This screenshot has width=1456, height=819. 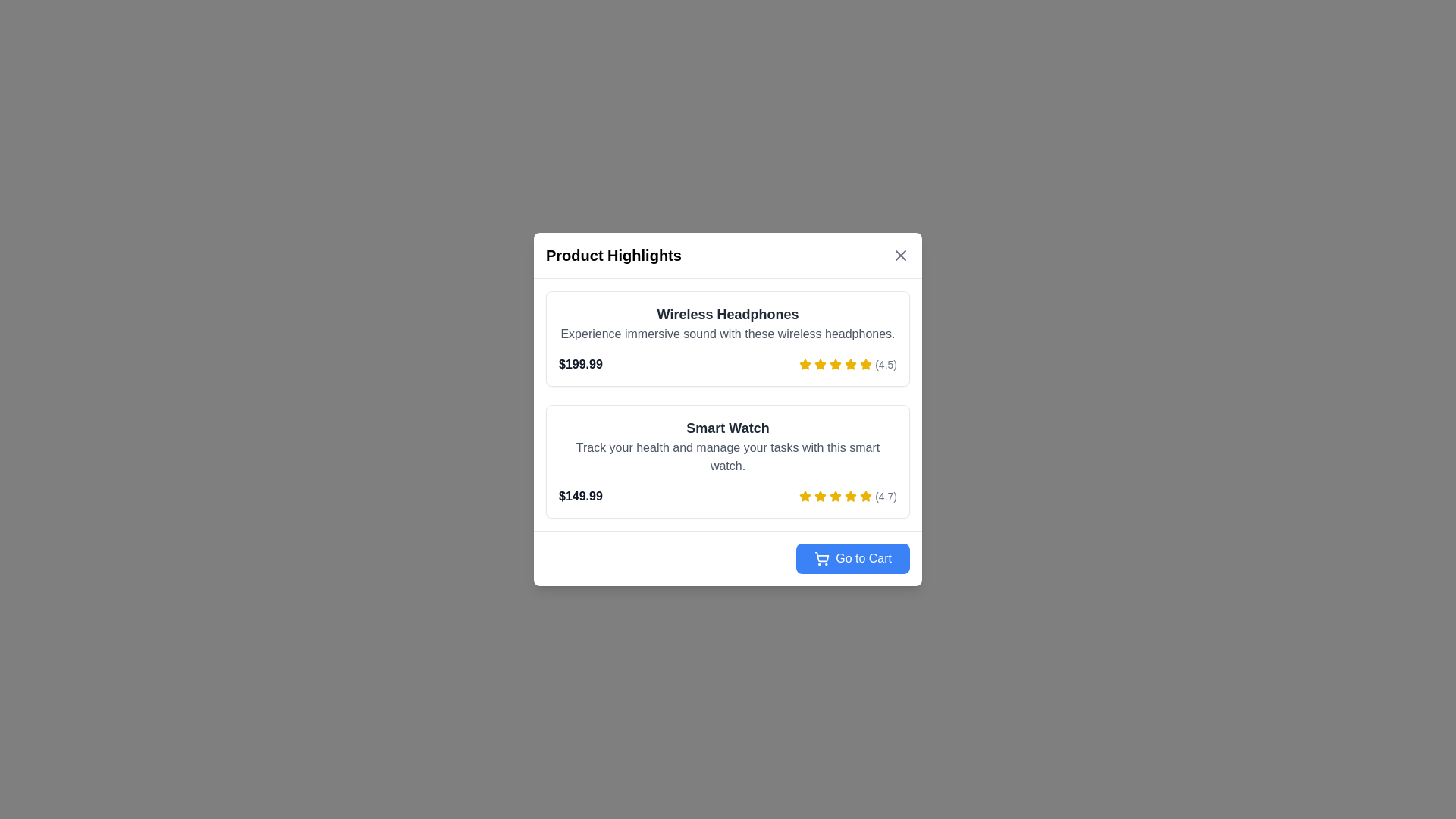 What do you see at coordinates (864, 558) in the screenshot?
I see `the text label on the blue button located at the bottom-right corner of the modal that serves as a navigation button to proceed to the shopping cart page` at bounding box center [864, 558].